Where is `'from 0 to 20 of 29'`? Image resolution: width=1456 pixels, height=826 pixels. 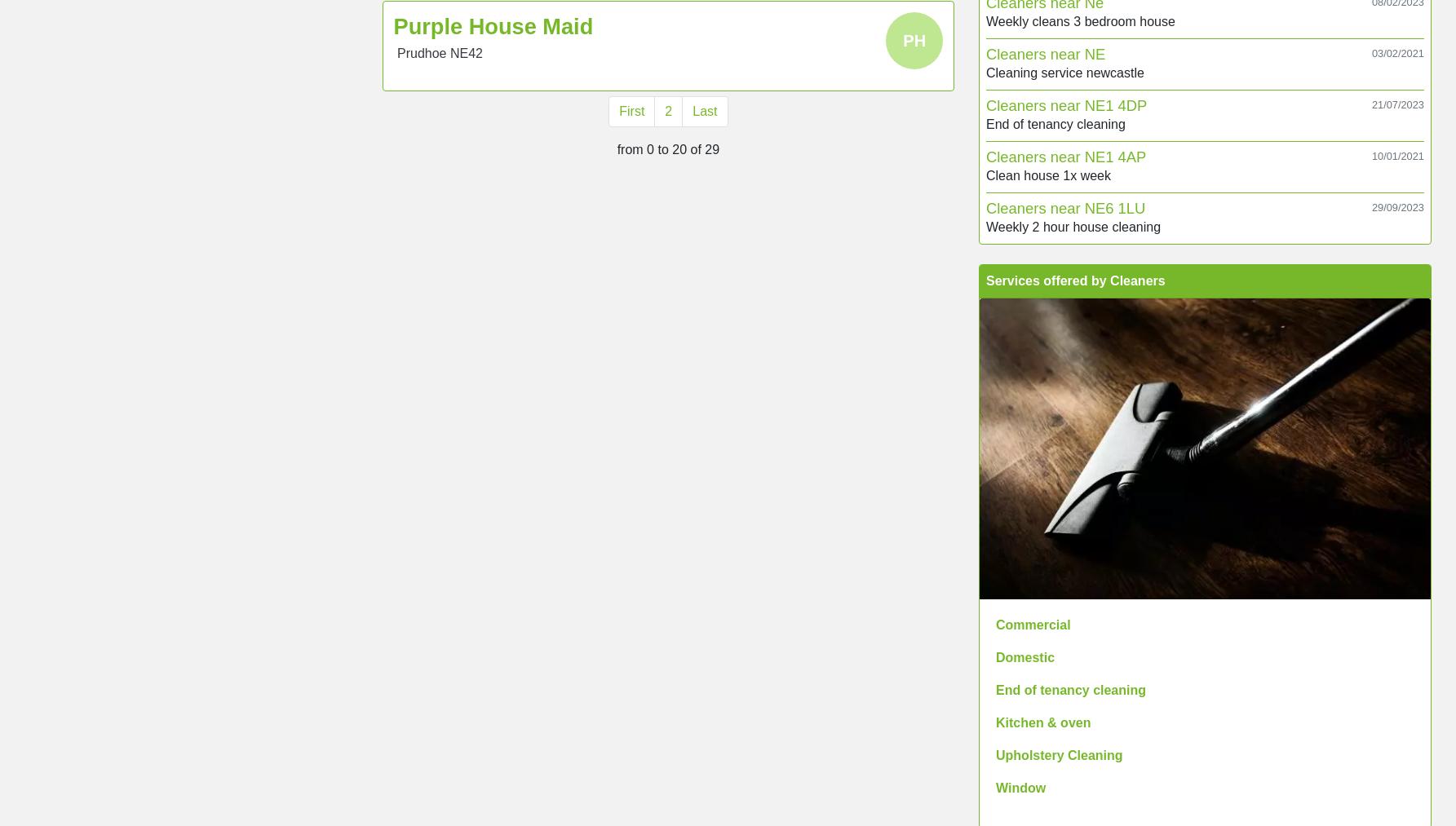 'from 0 to 20 of 29' is located at coordinates (667, 149).